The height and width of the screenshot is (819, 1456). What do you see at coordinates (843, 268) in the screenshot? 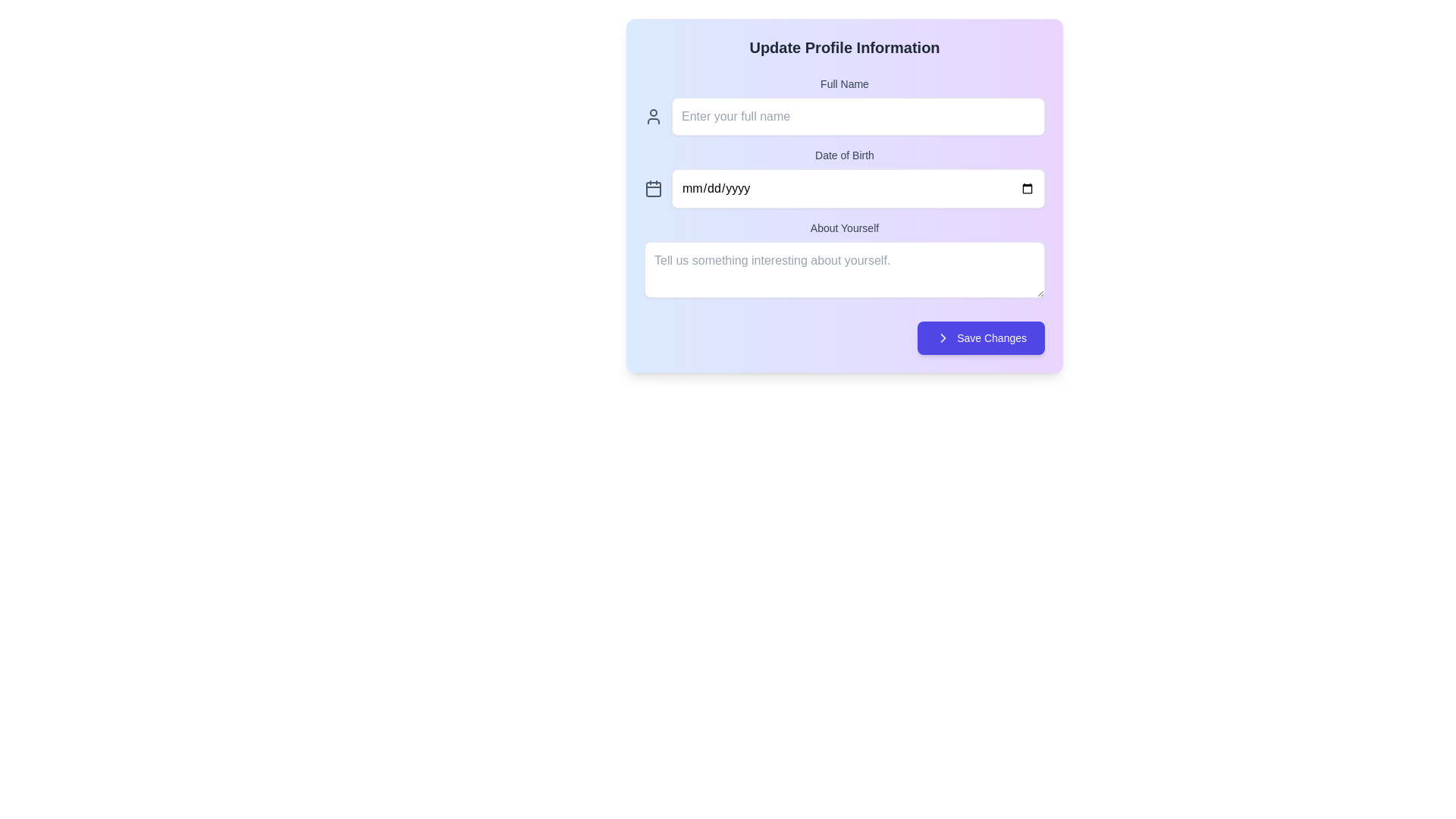
I see `the text input area with rounded corners and a light border that features the placeholder text 'Tell us something interesting about yourself'` at bounding box center [843, 268].